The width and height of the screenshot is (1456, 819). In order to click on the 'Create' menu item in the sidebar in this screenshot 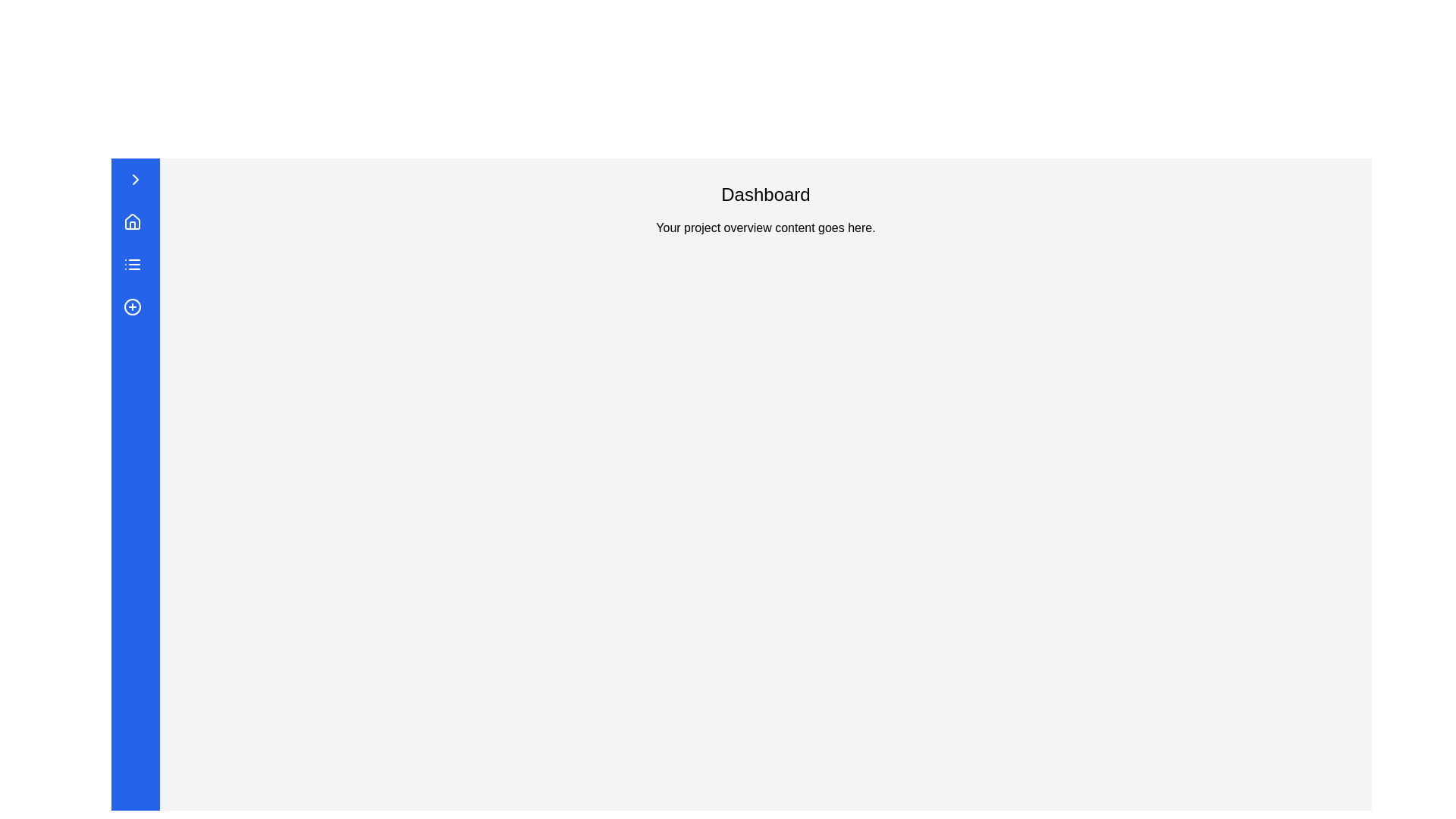, I will do `click(135, 307)`.